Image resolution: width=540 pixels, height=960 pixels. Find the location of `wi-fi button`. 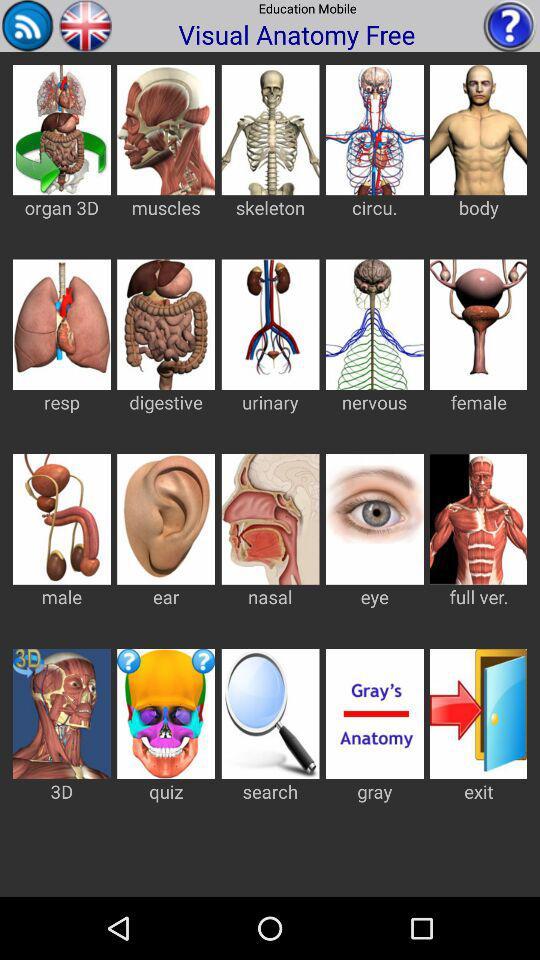

wi-fi button is located at coordinates (27, 24).